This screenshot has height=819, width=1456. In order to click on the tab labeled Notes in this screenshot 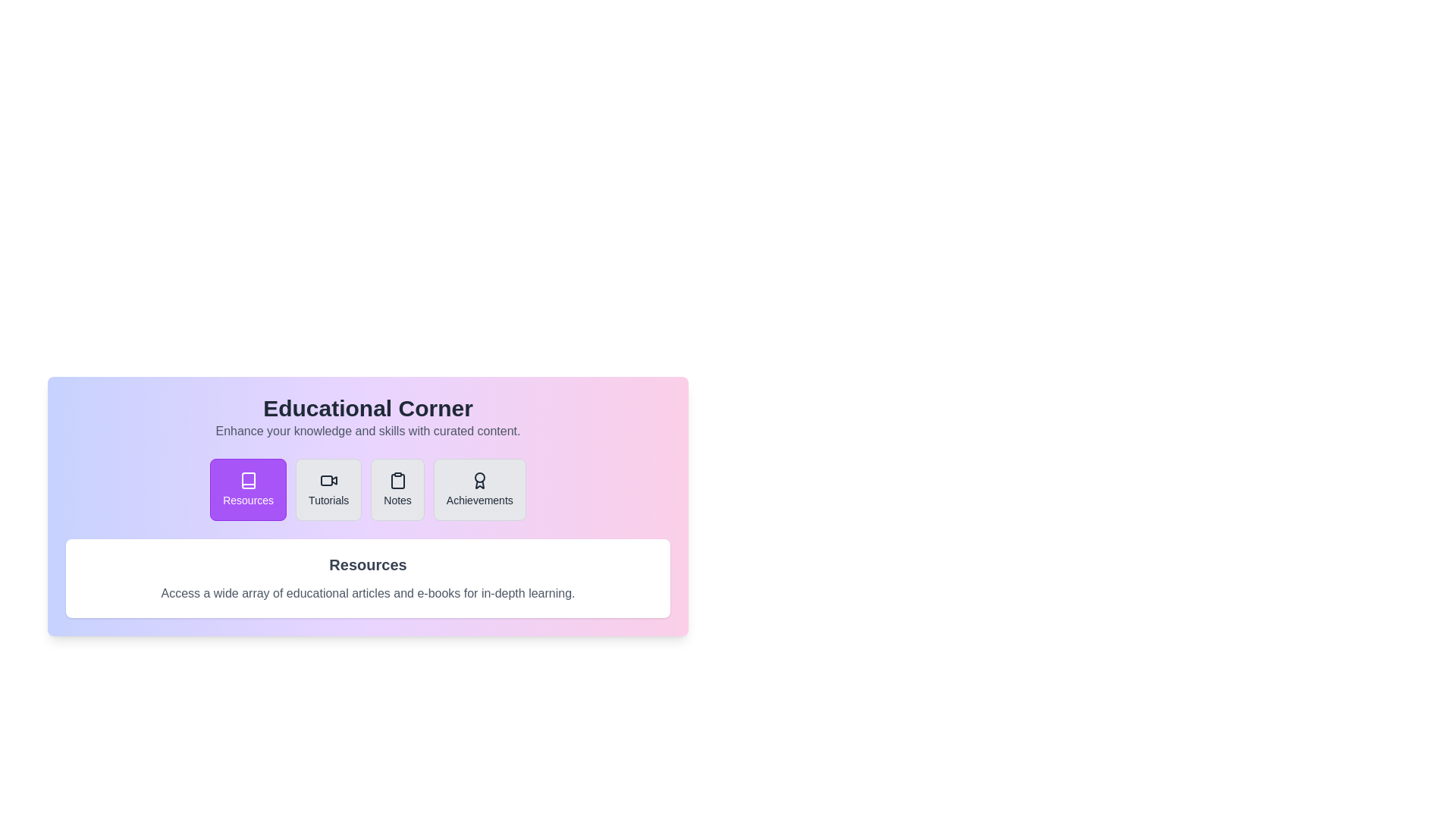, I will do `click(397, 489)`.